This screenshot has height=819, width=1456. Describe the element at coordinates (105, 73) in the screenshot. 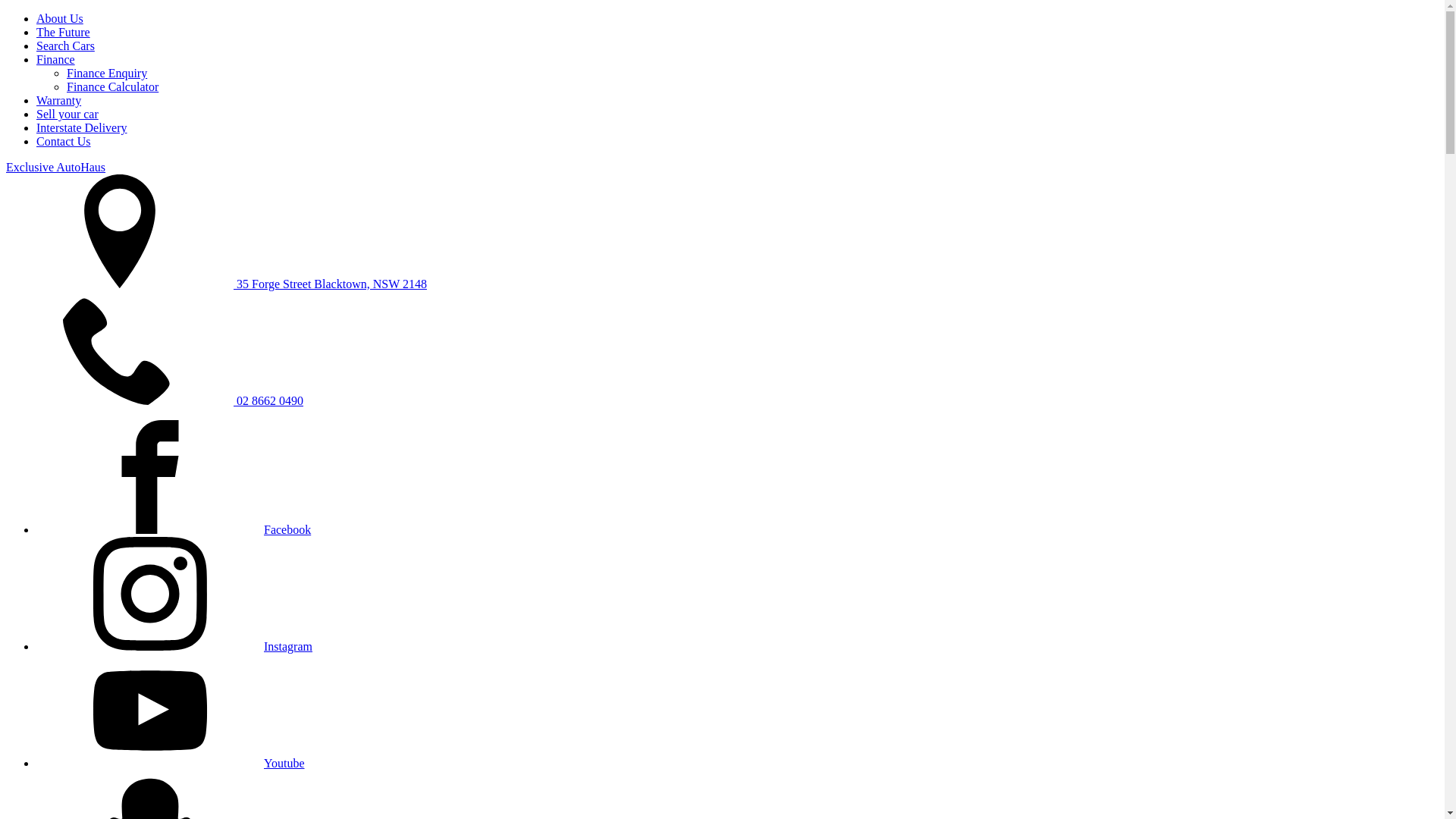

I see `'Finance Enquiry'` at that location.